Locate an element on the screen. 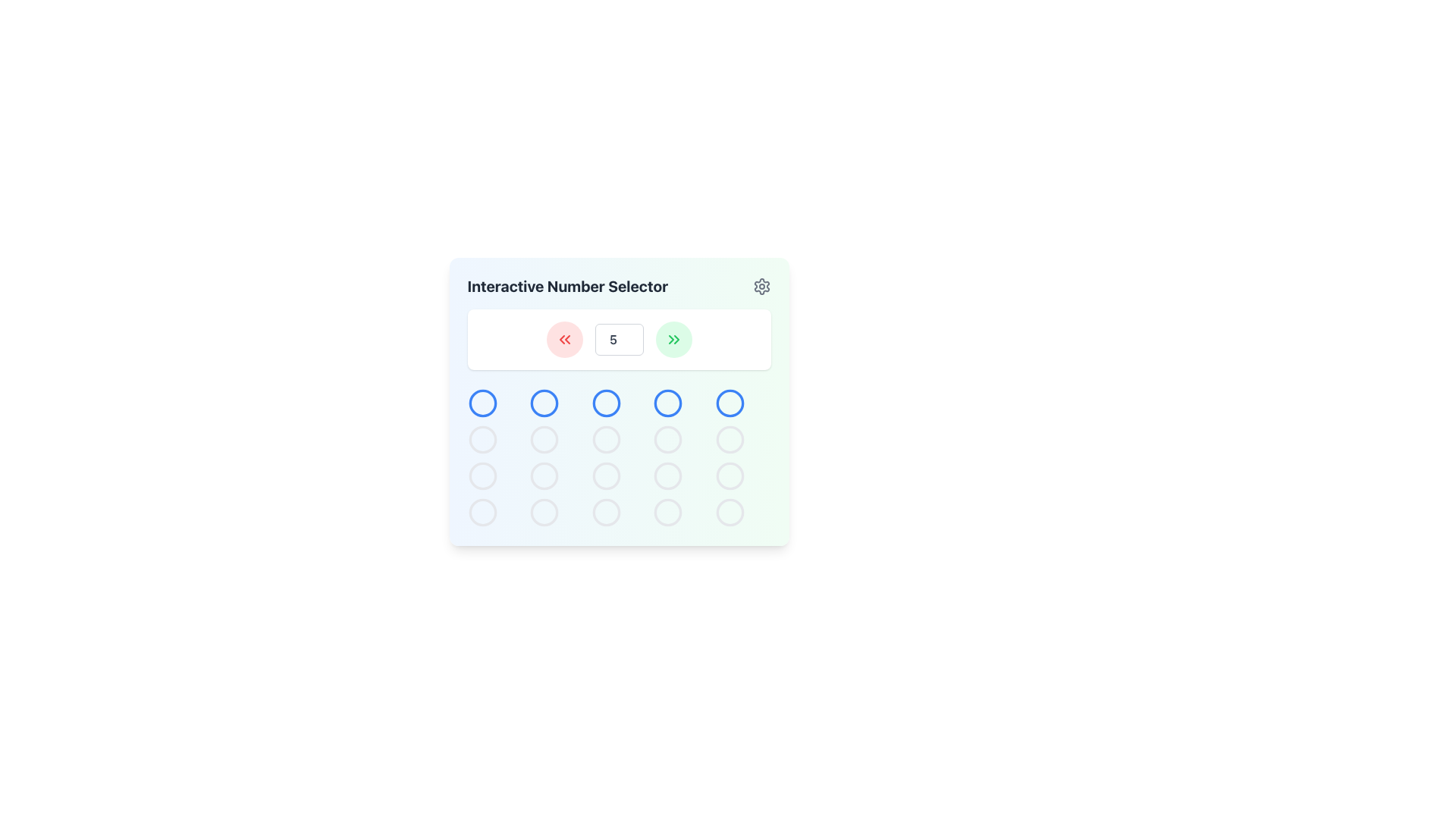  the state of the Decorative Indicator, which is the fourth icon in the first row of a 5-column grid layout, representing a selected or highlighted option is located at coordinates (667, 403).